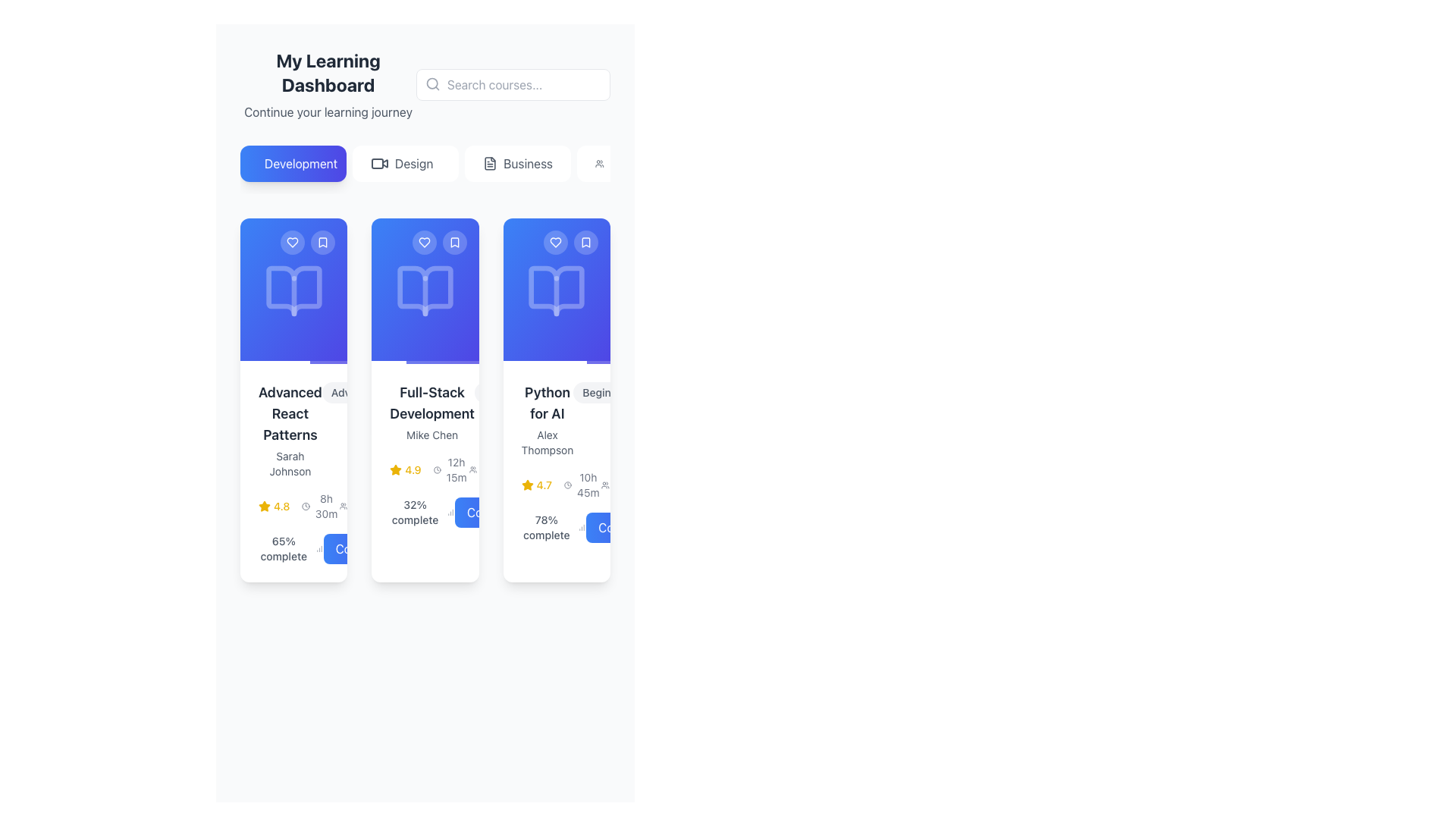  Describe the element at coordinates (432, 84) in the screenshot. I see `the search icon located inside the search input field at the top-right section of the dashboard, adjacent to the placeholder text 'Search courses...'` at that location.